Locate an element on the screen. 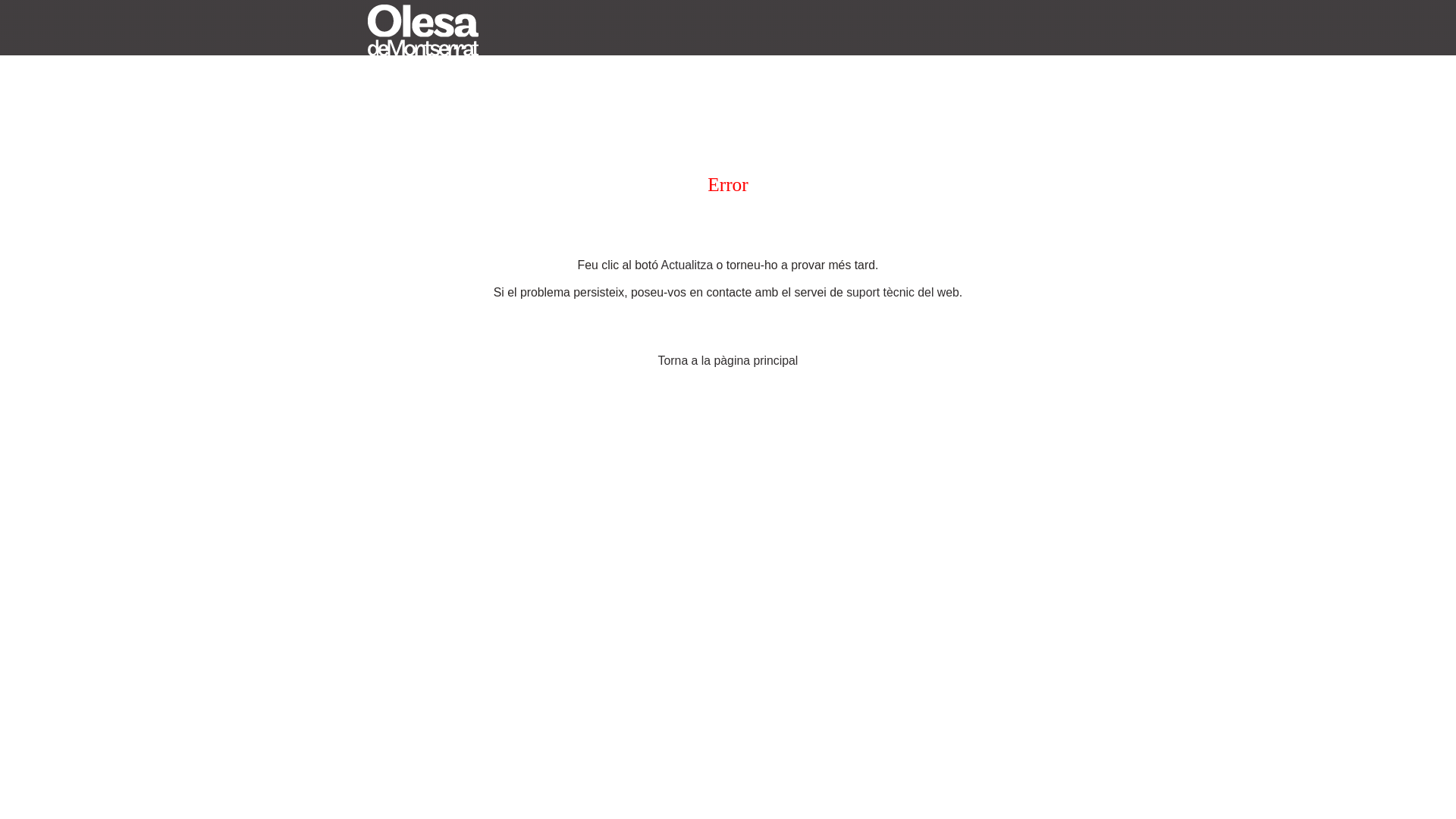 Image resolution: width=1456 pixels, height=819 pixels. 'Actualitza' is located at coordinates (661, 264).